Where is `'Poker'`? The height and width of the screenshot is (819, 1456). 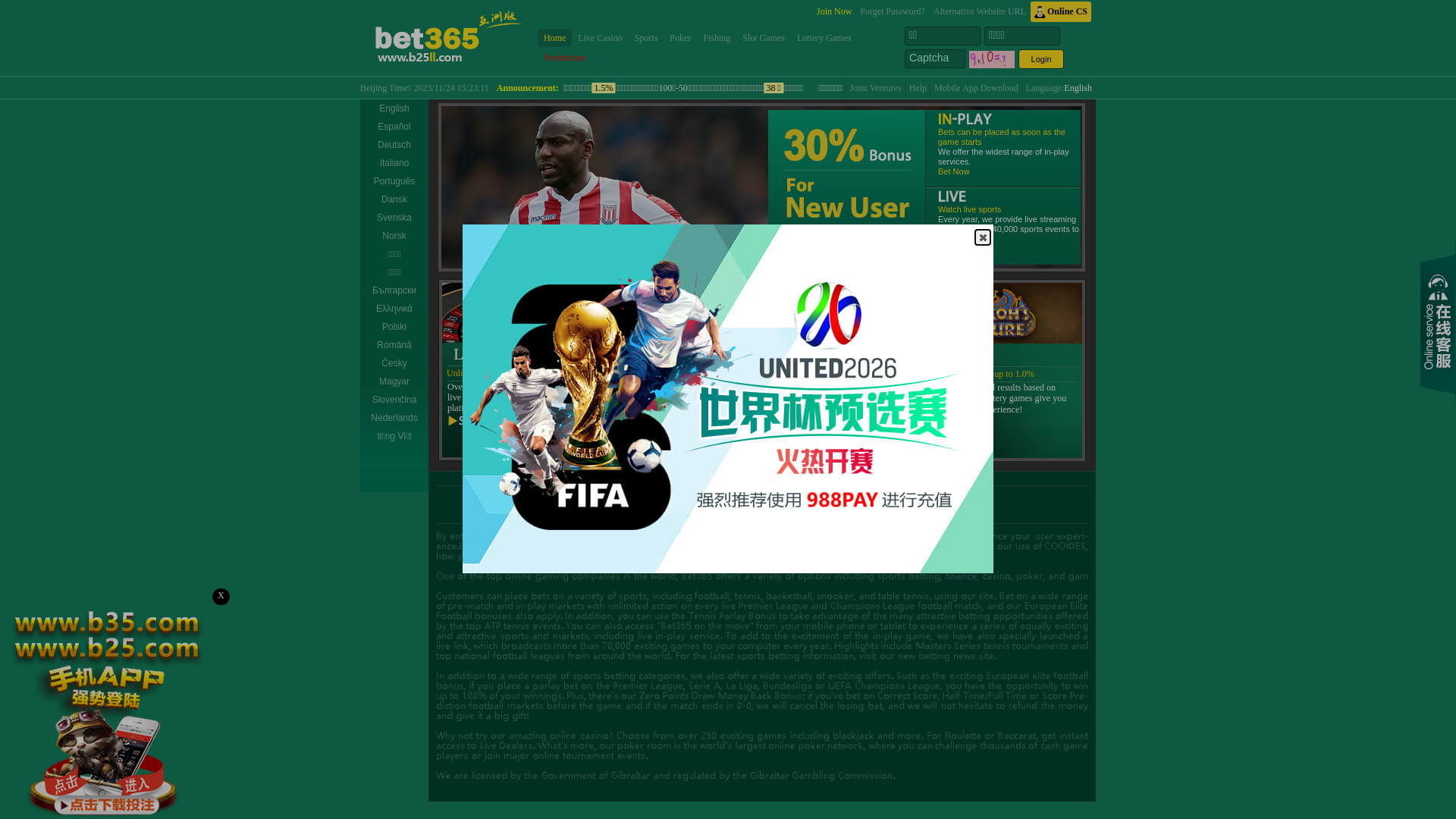
'Poker' is located at coordinates (679, 37).